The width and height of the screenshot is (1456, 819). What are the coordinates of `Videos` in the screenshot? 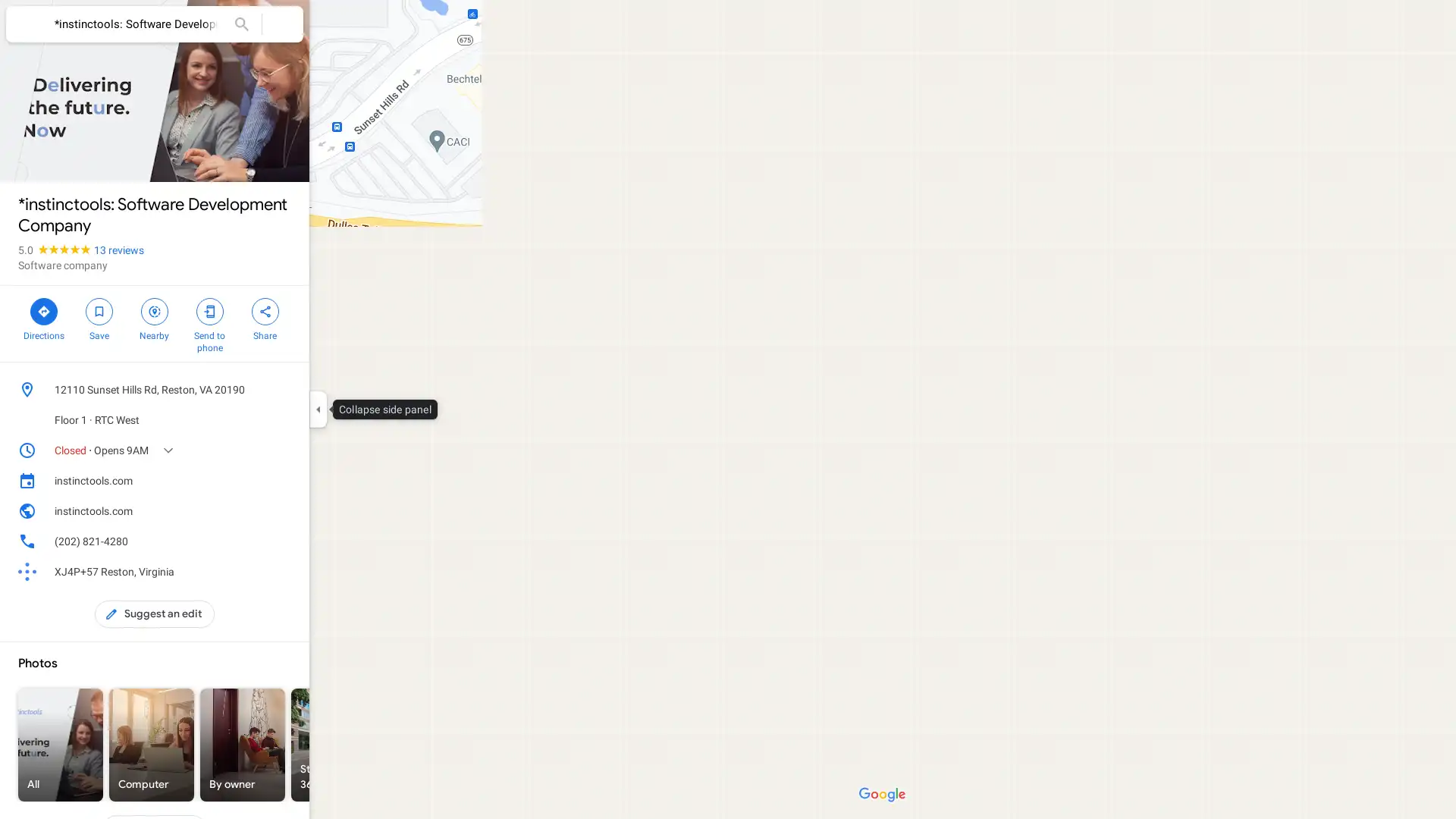 It's located at (425, 744).